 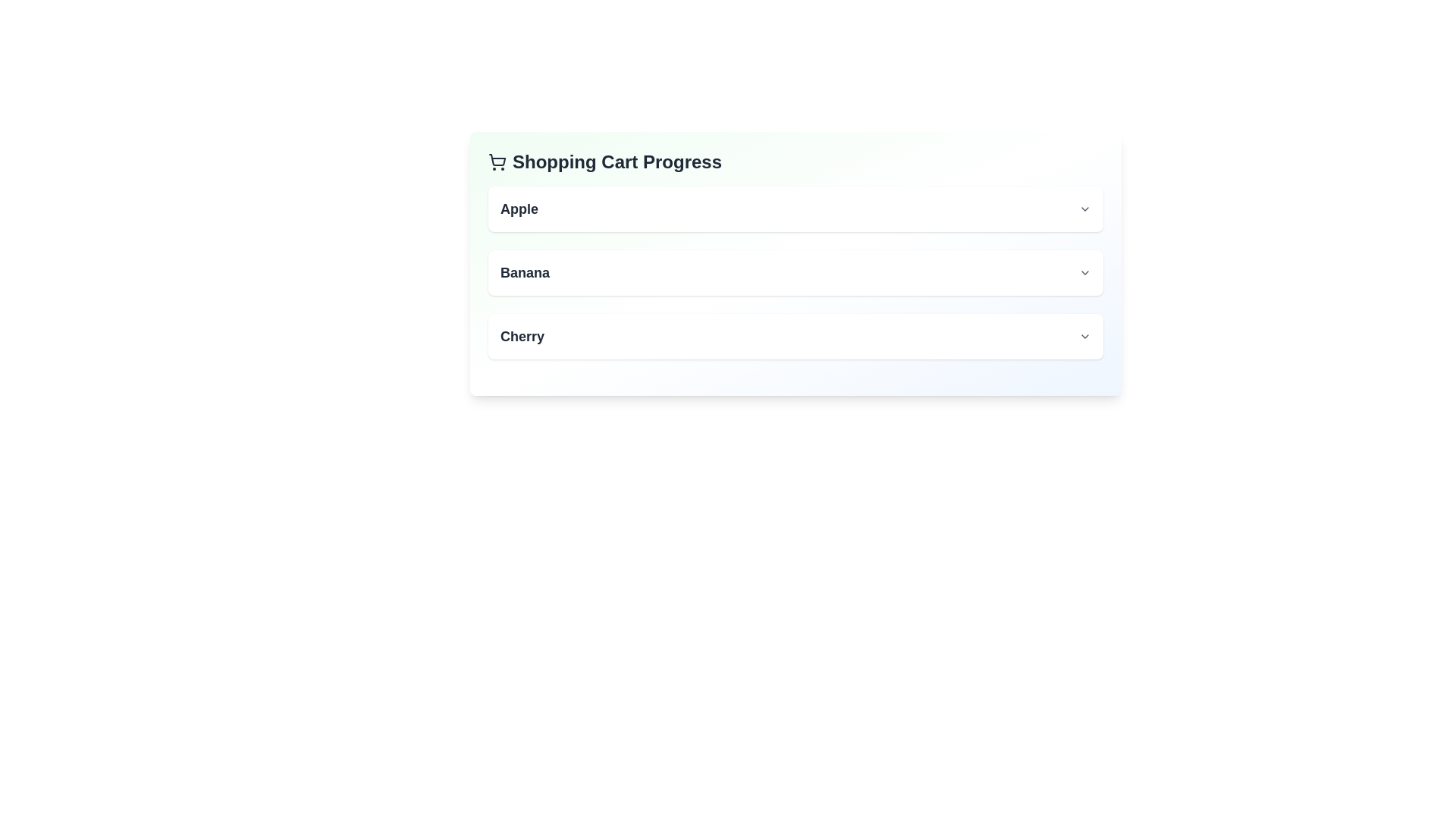 What do you see at coordinates (519, 209) in the screenshot?
I see `the 'Apple' text label which displays the category for the dropdown list, located beneath the 'Shopping Cart Progress' title` at bounding box center [519, 209].